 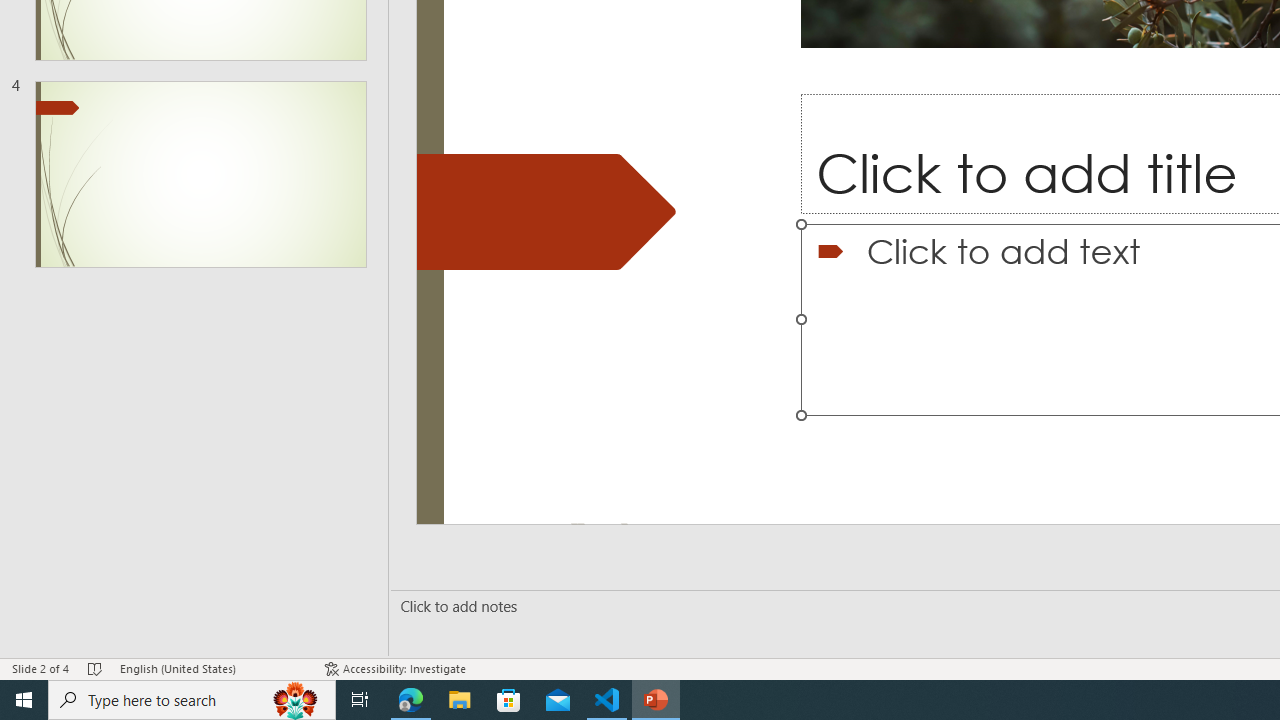 What do you see at coordinates (395, 669) in the screenshot?
I see `'Accessibility Checker Accessibility: Investigate'` at bounding box center [395, 669].